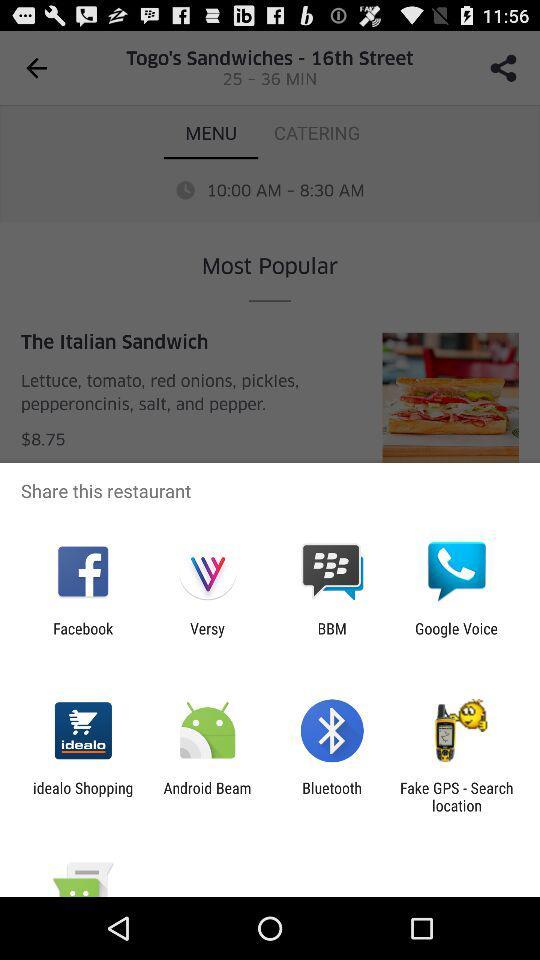 This screenshot has width=540, height=960. What do you see at coordinates (332, 796) in the screenshot?
I see `app next to the fake gps search icon` at bounding box center [332, 796].